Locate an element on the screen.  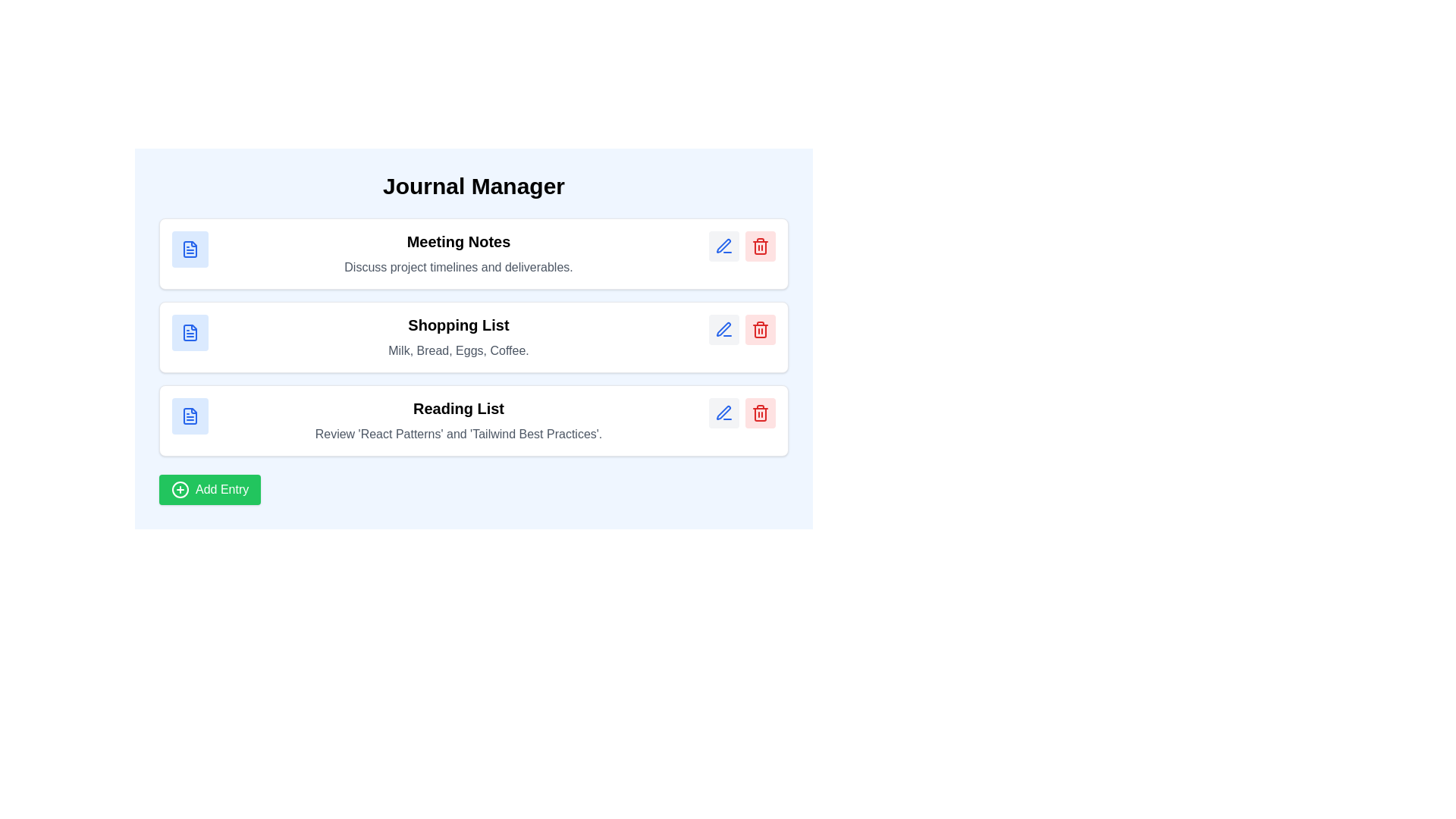
the blue pen-shaped icon button located to the right of the 'Meeting Notes' text in the first list item under the 'Journal Manager' section to initiate edit actions is located at coordinates (723, 245).